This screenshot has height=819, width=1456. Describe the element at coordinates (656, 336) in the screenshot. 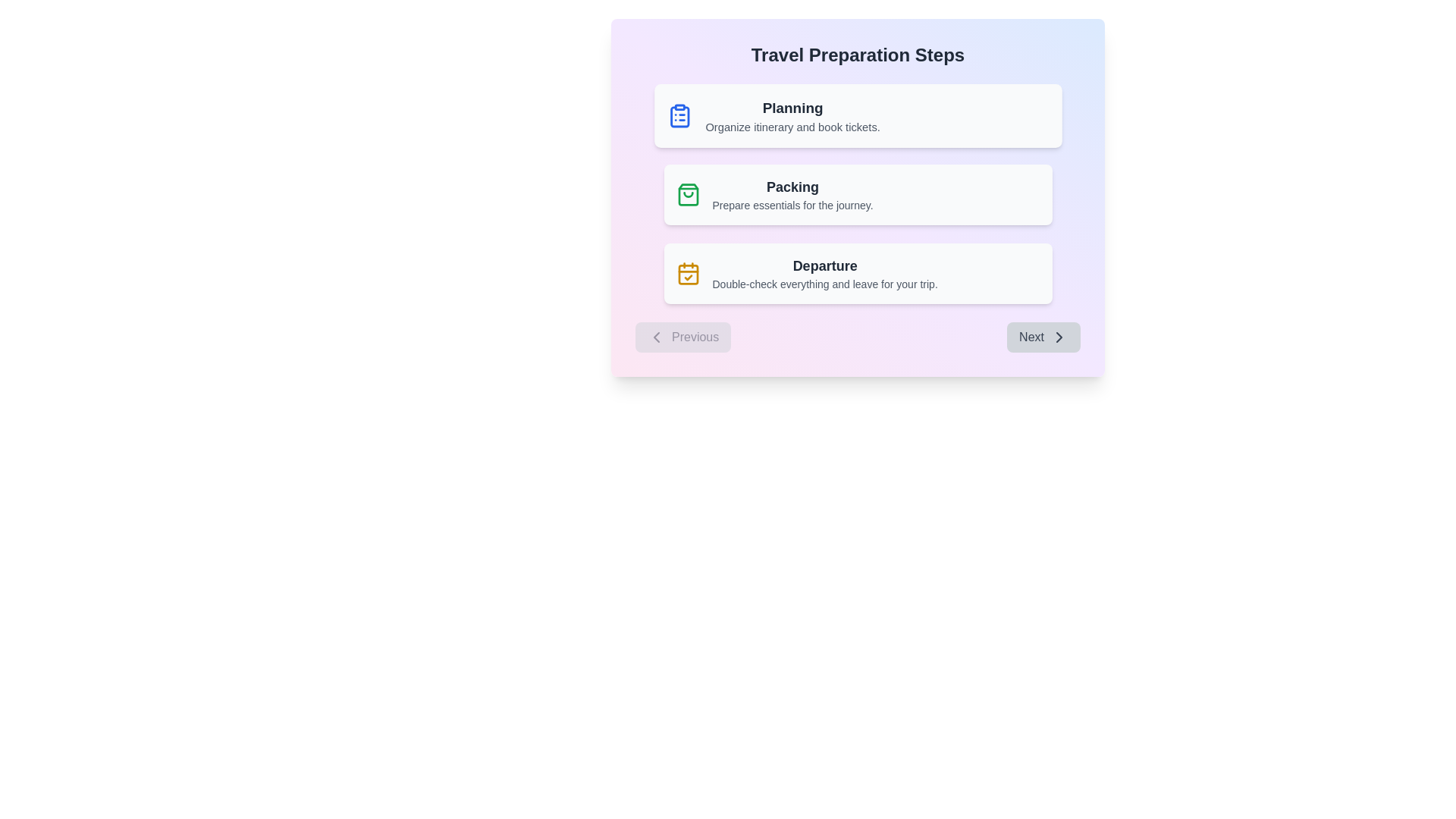

I see `the chevron icon within the 'Previous' button, which indicates the back-navigation functionality` at that location.